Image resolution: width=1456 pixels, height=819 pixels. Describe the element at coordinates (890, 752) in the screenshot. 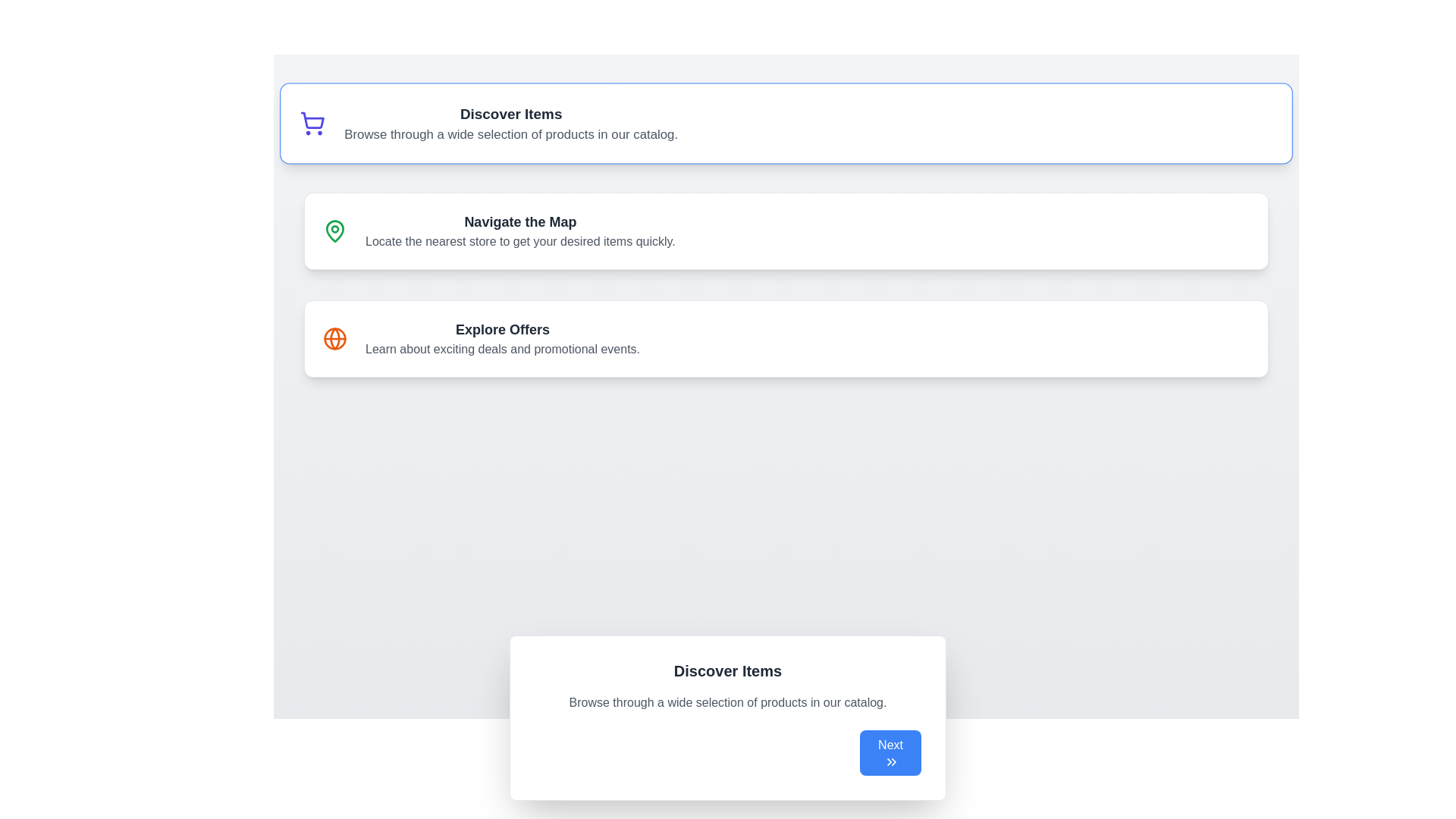

I see `the button located in the bottom-right region of the modal window, below the 'Discover Items' text, to trigger a visual state change` at that location.